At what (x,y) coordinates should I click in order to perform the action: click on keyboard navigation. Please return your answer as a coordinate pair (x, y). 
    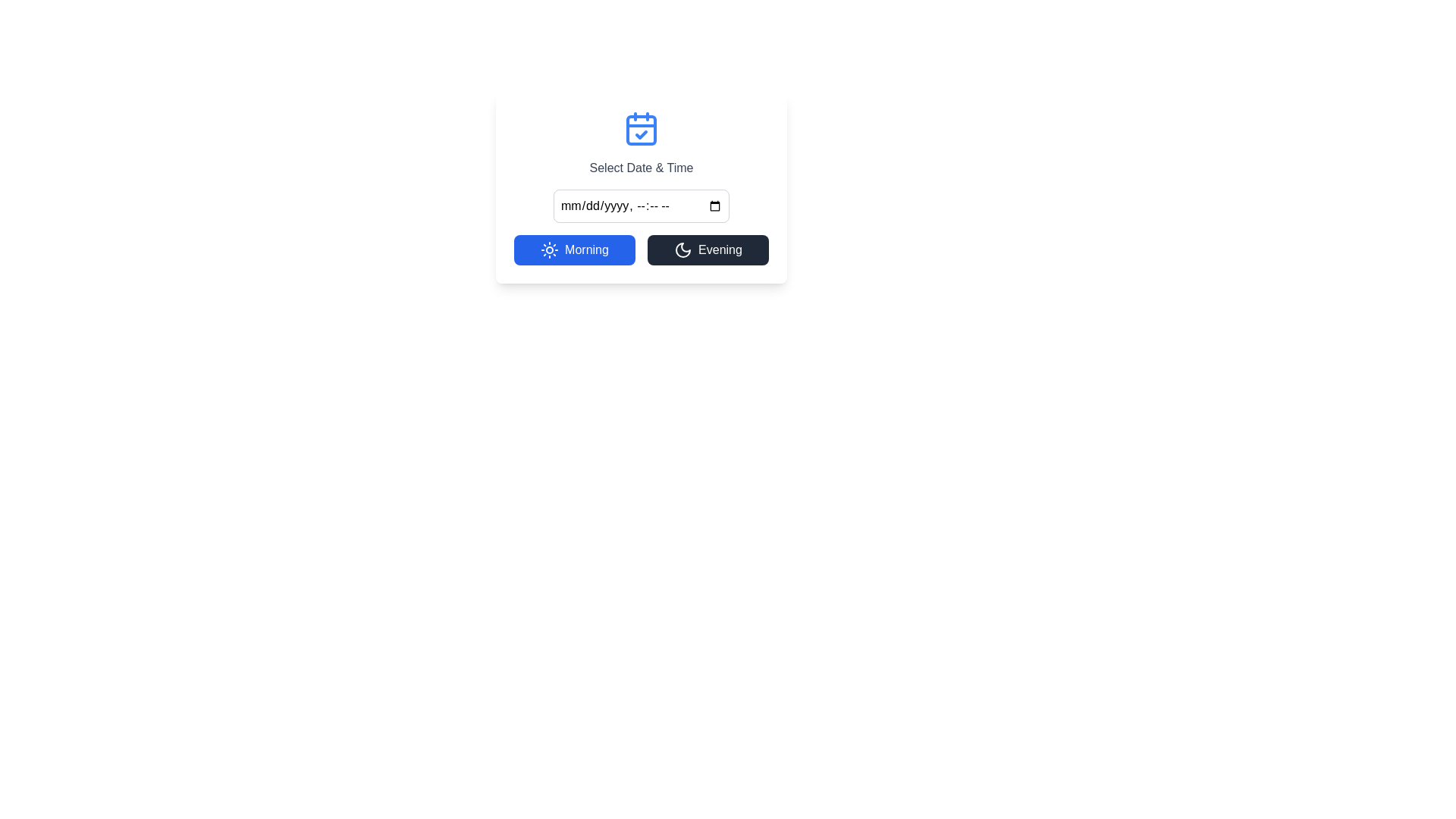
    Looking at the image, I should click on (641, 206).